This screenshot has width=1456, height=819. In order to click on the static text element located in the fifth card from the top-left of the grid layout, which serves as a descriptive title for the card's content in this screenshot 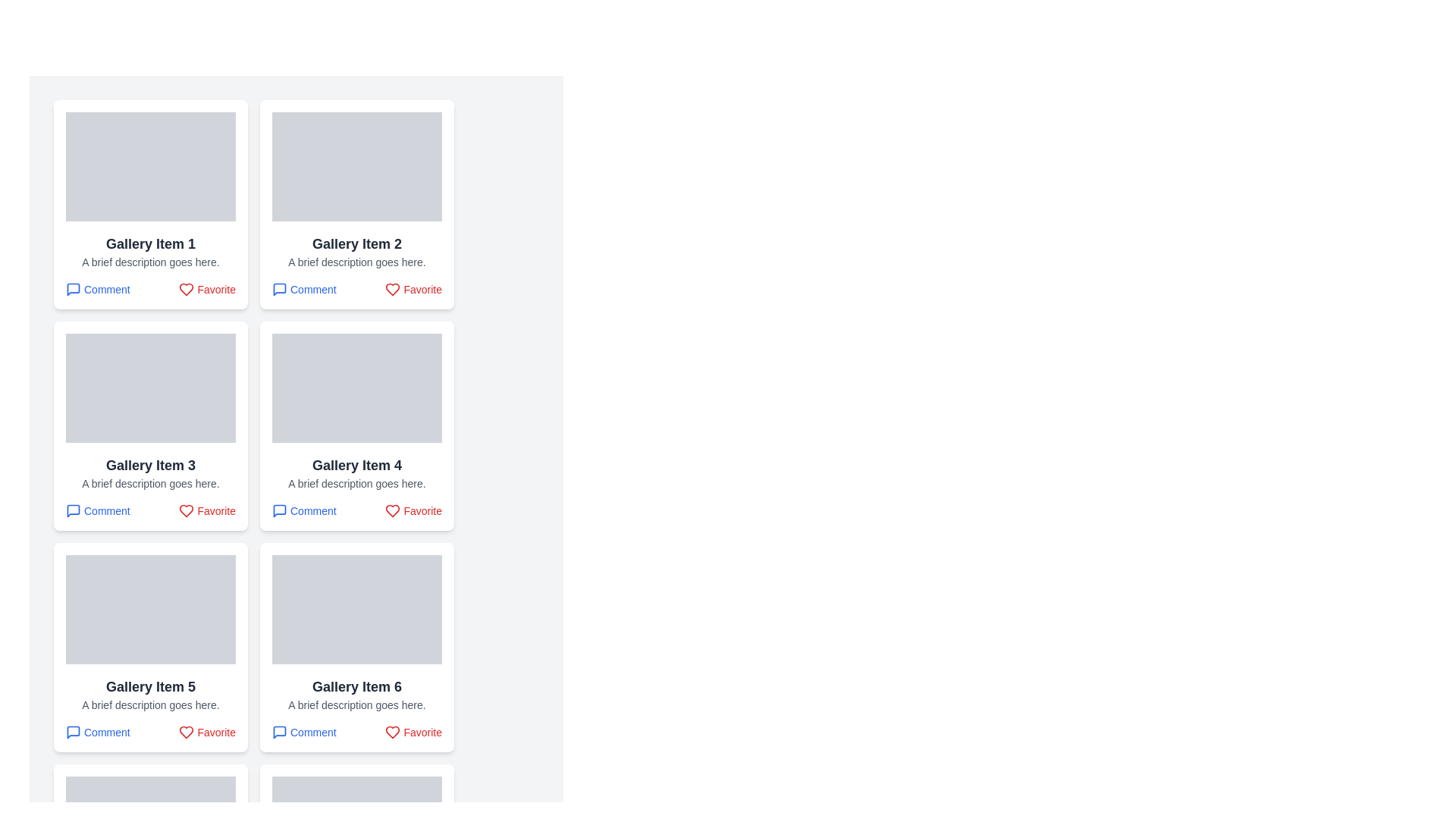, I will do `click(150, 687)`.